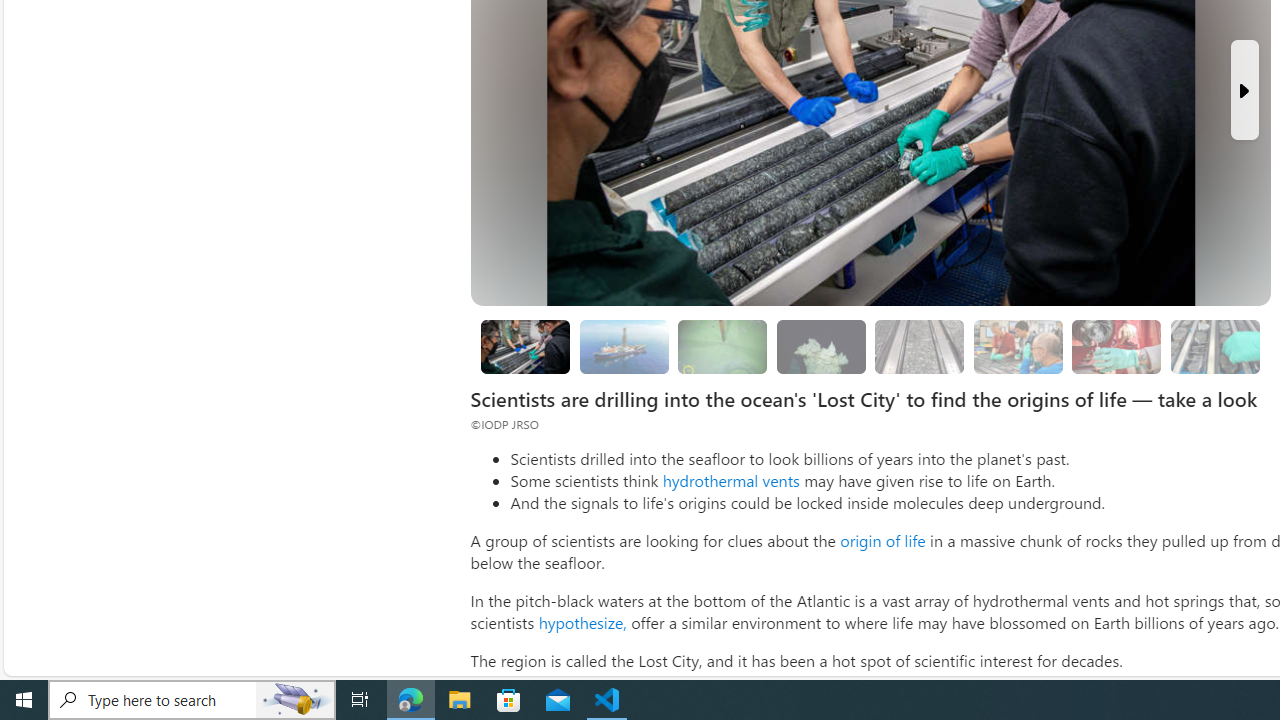  Describe the element at coordinates (1243, 90) in the screenshot. I see `'Next Slide'` at that location.